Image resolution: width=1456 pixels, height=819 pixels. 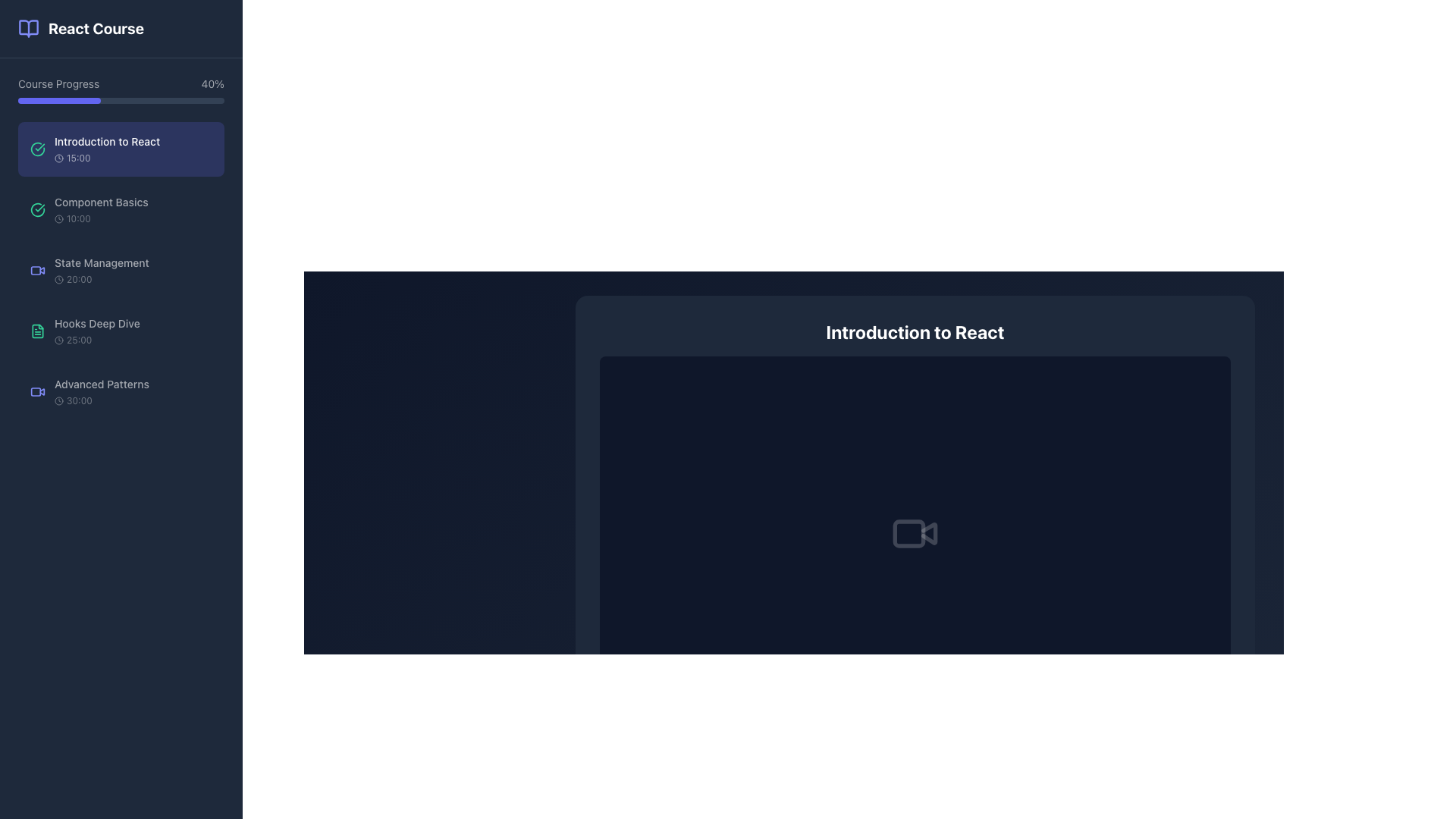 I want to click on the outer circle of the clock icon located in the sidebar, which visually supports the indication of time or duration, so click(x=58, y=400).